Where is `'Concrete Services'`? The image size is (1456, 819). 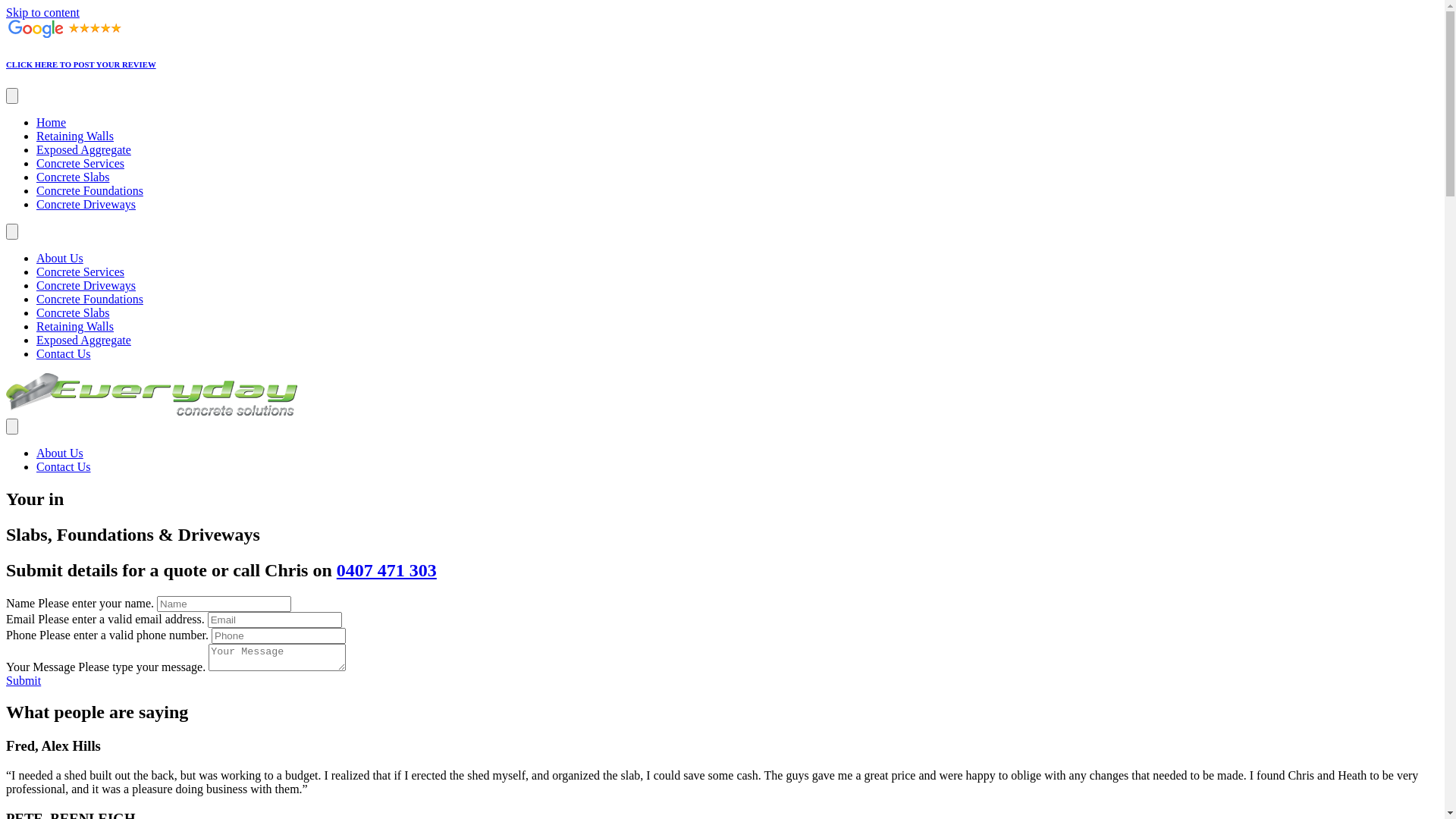
'Concrete Services' is located at coordinates (79, 163).